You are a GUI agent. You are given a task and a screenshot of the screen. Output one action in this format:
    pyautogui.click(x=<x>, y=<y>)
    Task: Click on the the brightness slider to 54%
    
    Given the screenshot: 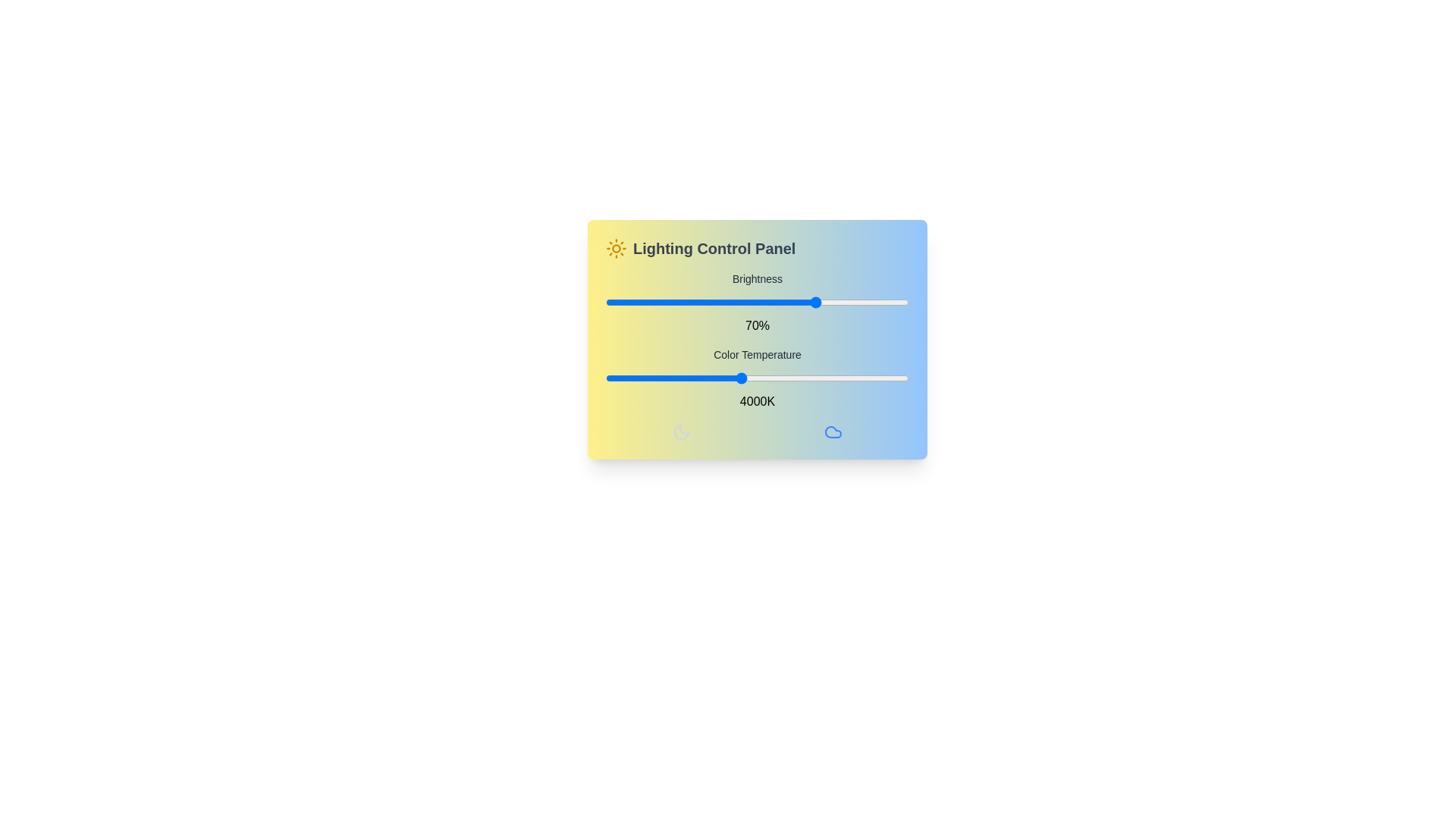 What is the action you would take?
    pyautogui.click(x=769, y=302)
    